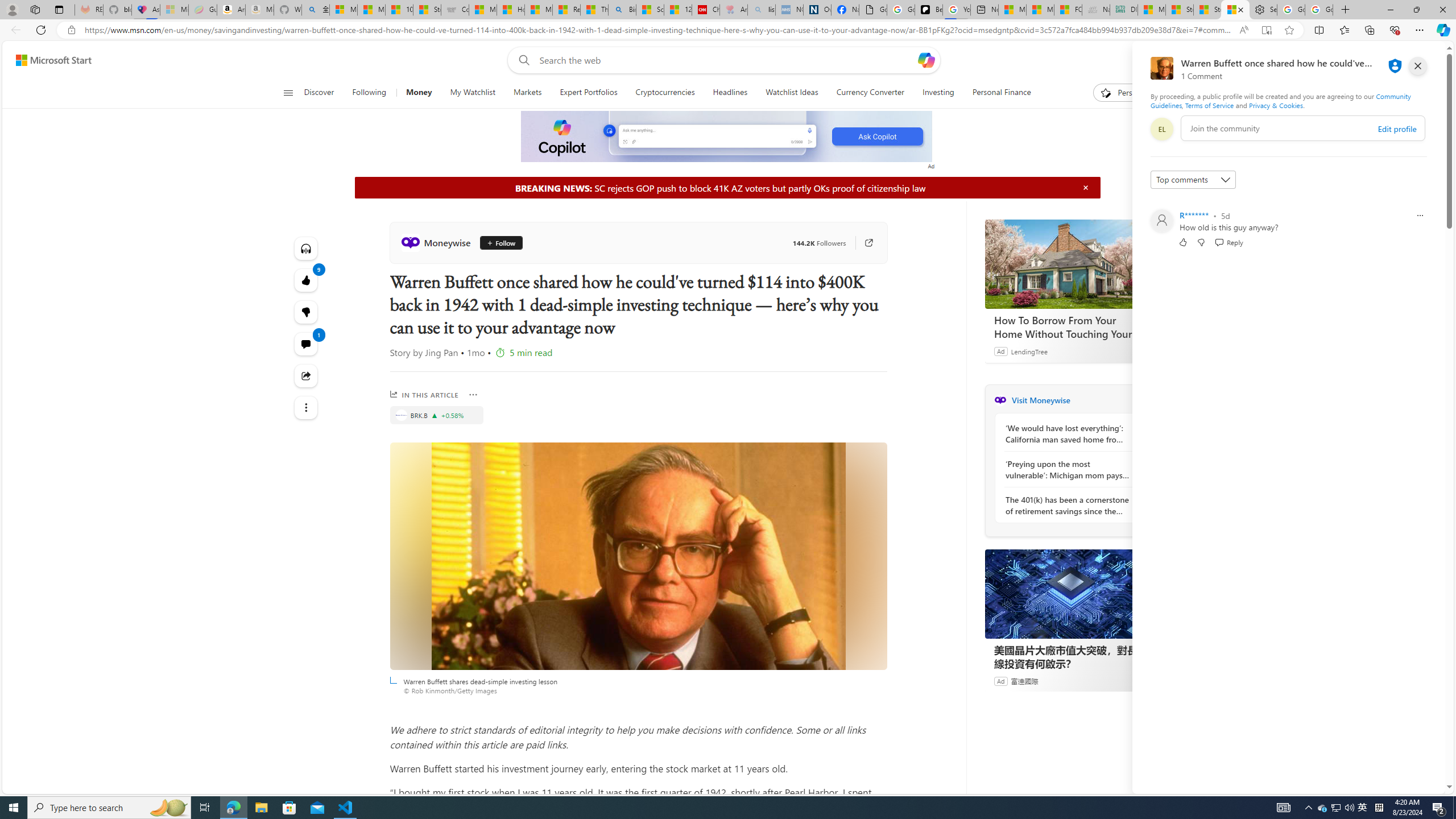 The image size is (1456, 819). Describe the element at coordinates (419, 92) in the screenshot. I see `'Money'` at that location.